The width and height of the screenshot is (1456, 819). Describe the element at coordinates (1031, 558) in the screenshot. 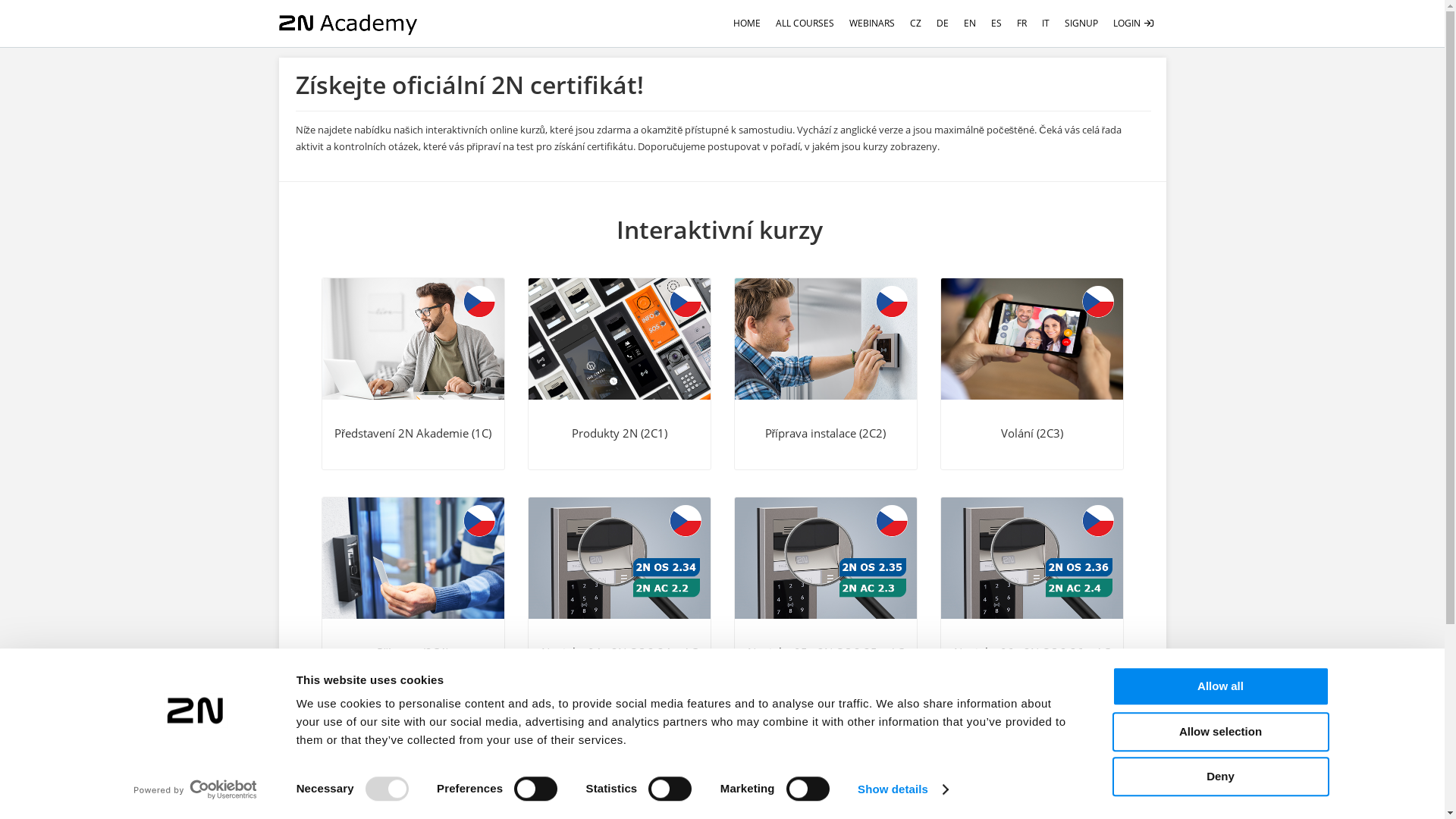

I see `'Novinky 06 - 2N OS 2.36 a AC 2.4 (3C3)'` at that location.